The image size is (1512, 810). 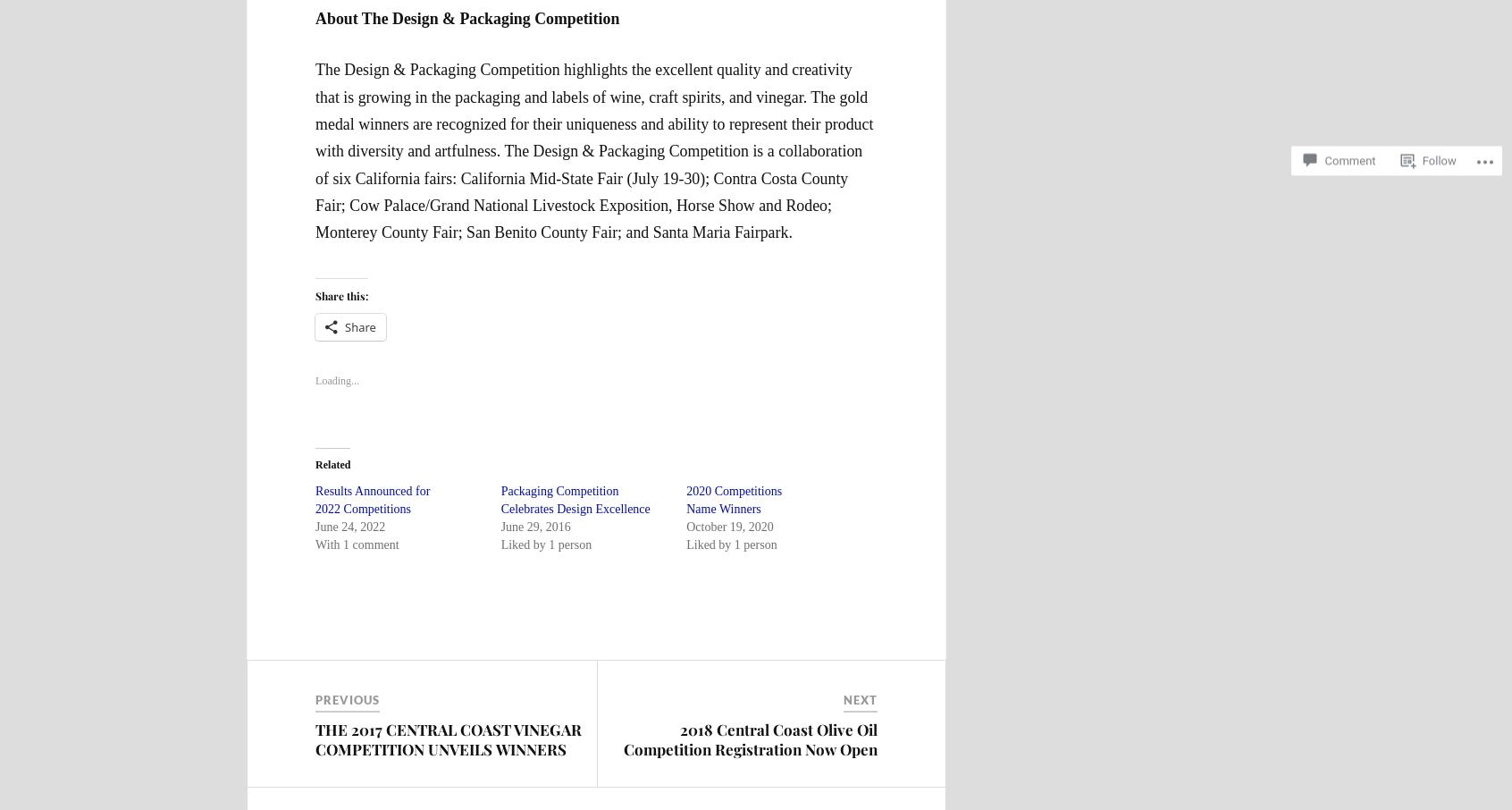 What do you see at coordinates (1349, 143) in the screenshot?
I see `'Comment'` at bounding box center [1349, 143].